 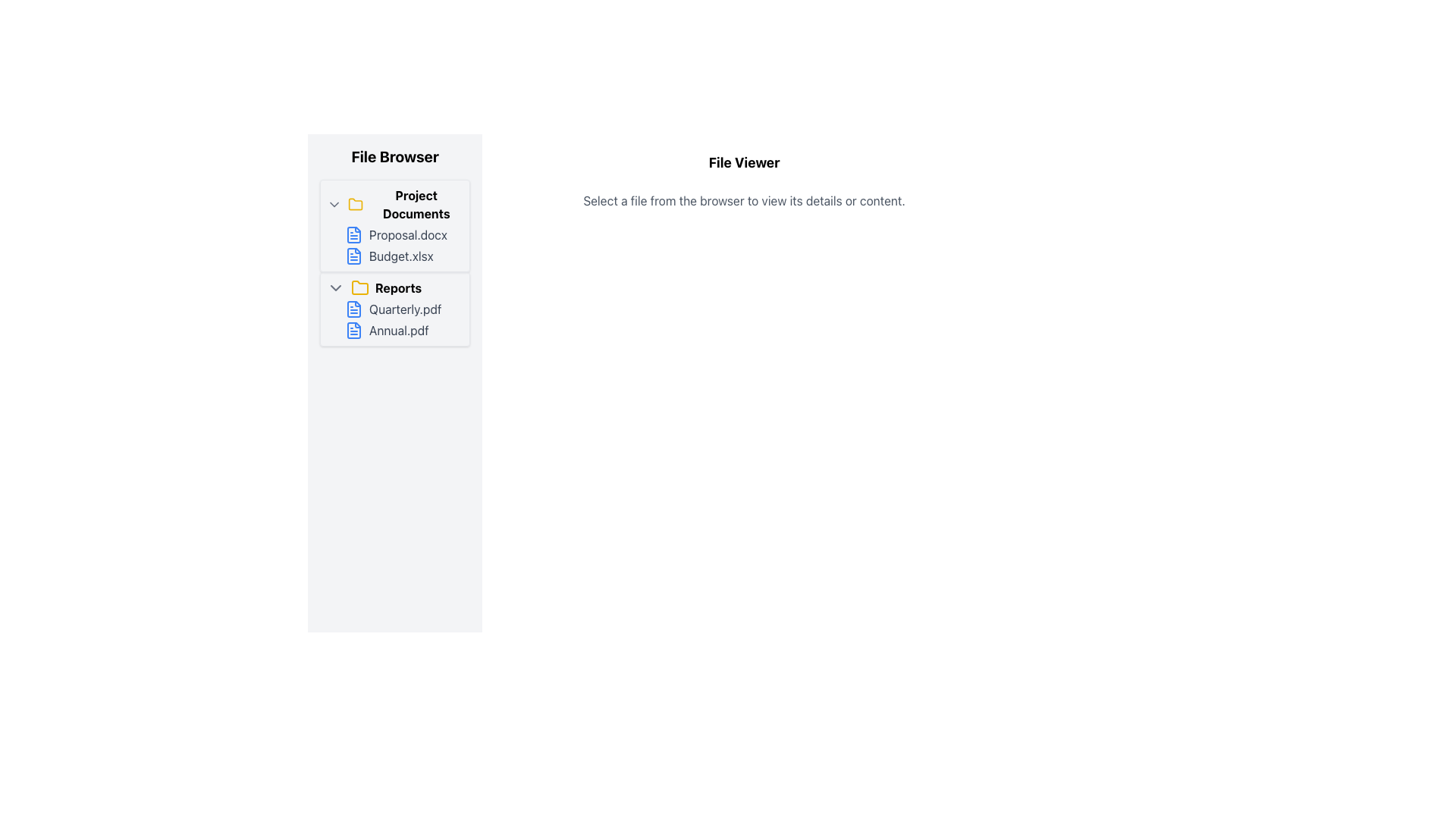 I want to click on the yellow folder icon located directly to the left of the 'Reports' text in the file browser, so click(x=359, y=288).